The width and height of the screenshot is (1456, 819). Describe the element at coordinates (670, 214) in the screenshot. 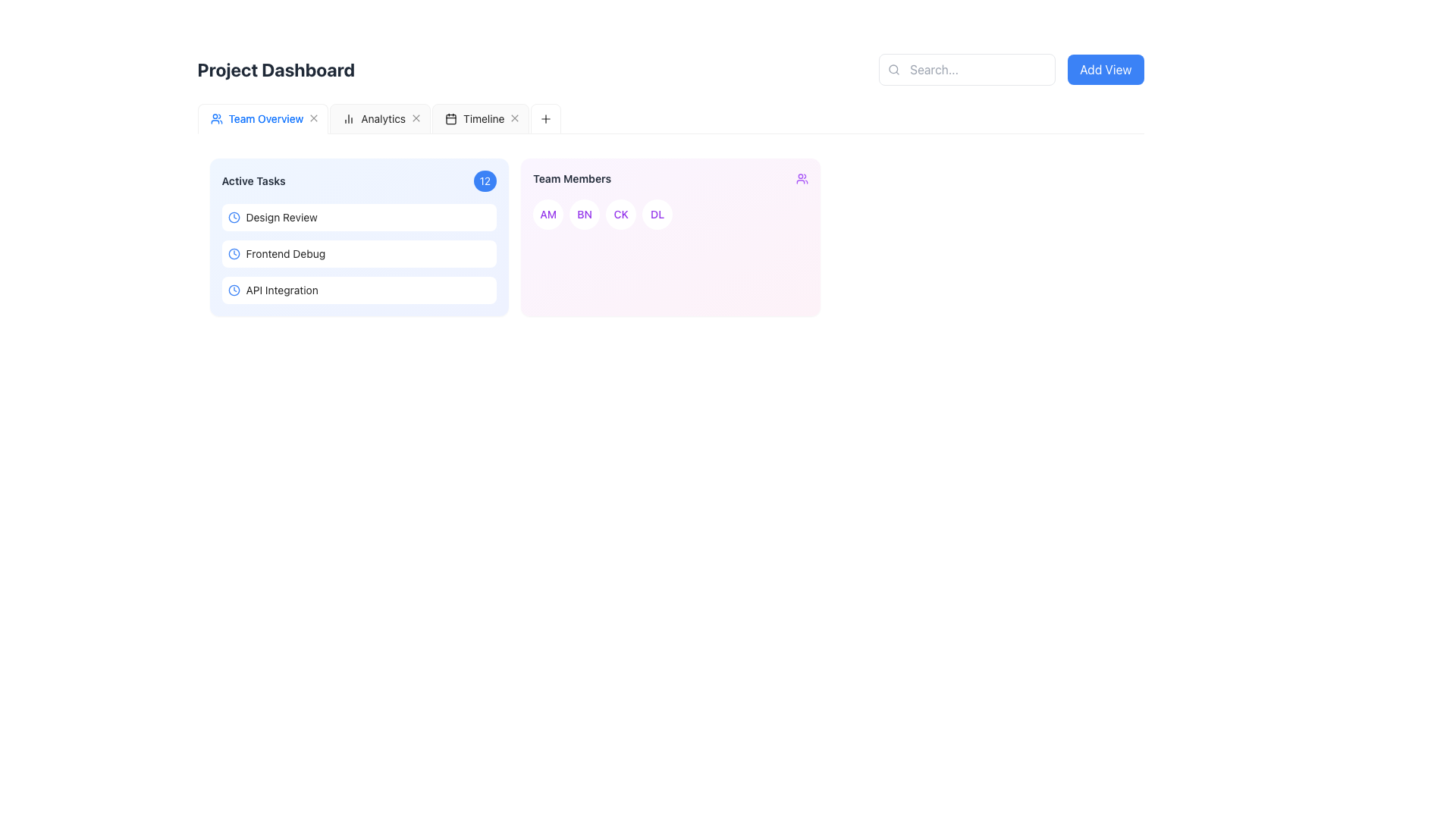

I see `the horizontal layout of circle avatars representing team members, located within the 'Team Members' card, positioned to the right of the 'Active Tasks' card` at that location.